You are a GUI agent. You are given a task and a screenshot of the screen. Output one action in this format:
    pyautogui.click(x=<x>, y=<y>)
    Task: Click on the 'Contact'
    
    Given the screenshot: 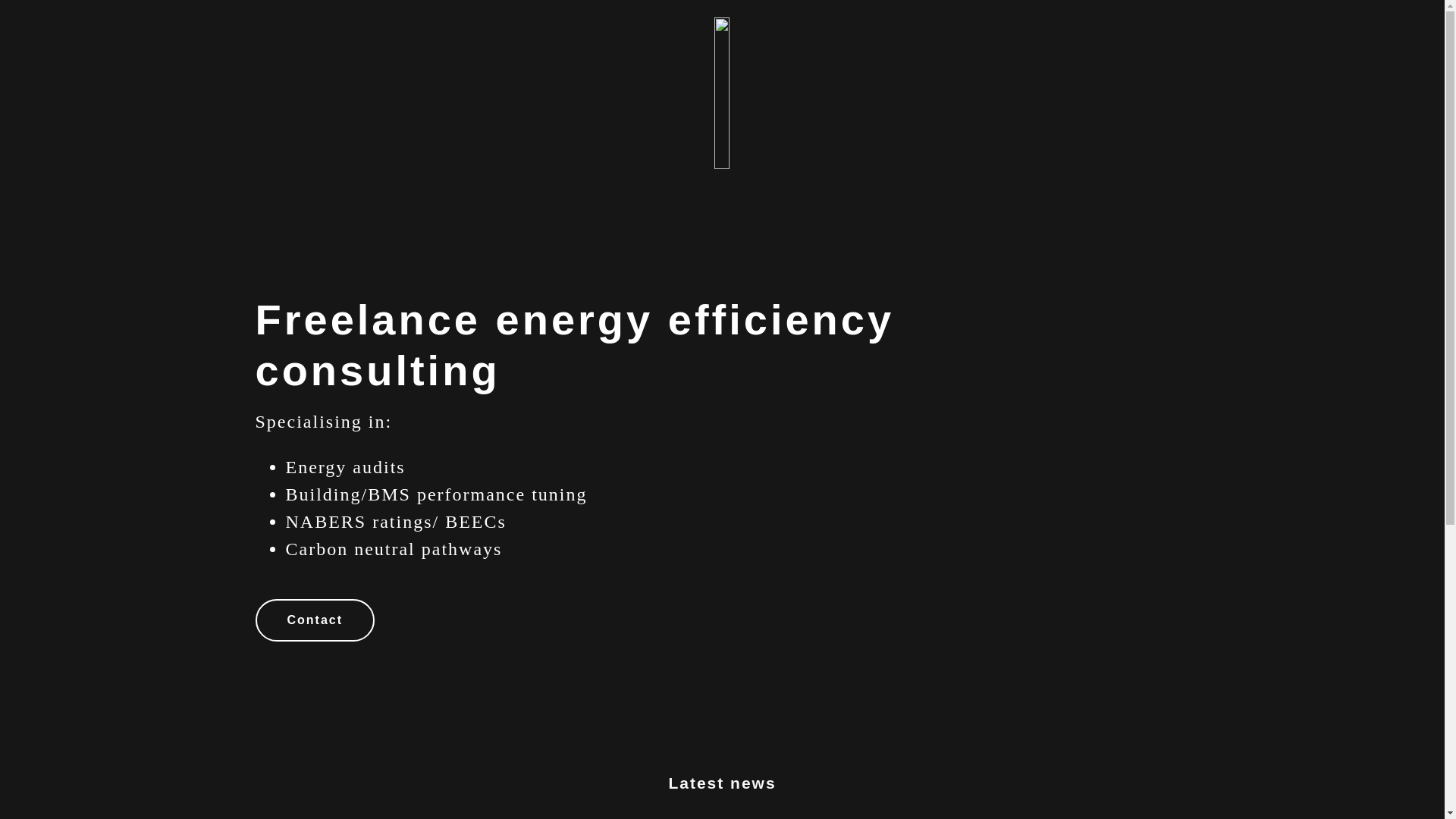 What is the action you would take?
    pyautogui.click(x=313, y=620)
    